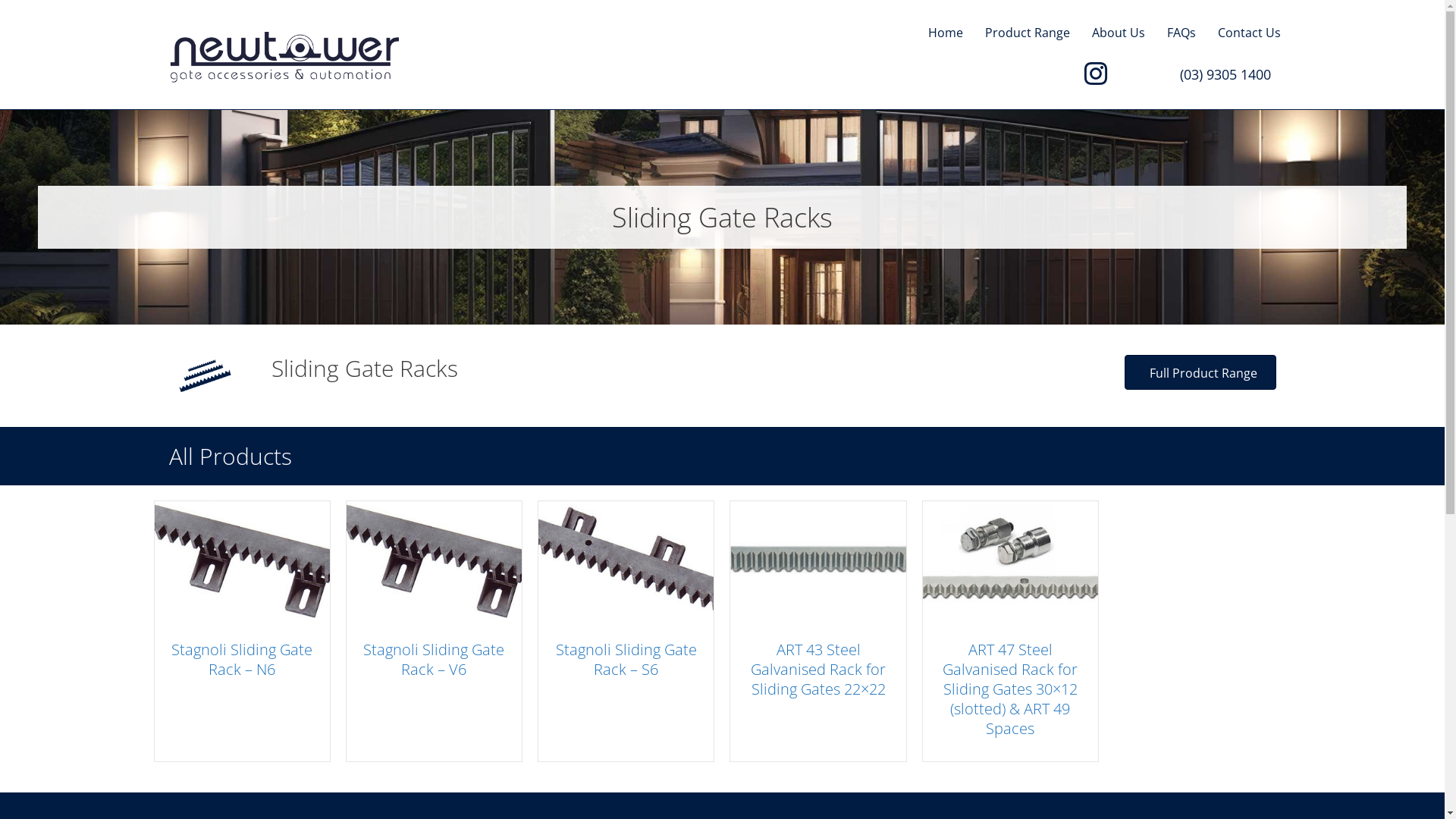  What do you see at coordinates (203, 375) in the screenshot?
I see `'tracks'` at bounding box center [203, 375].